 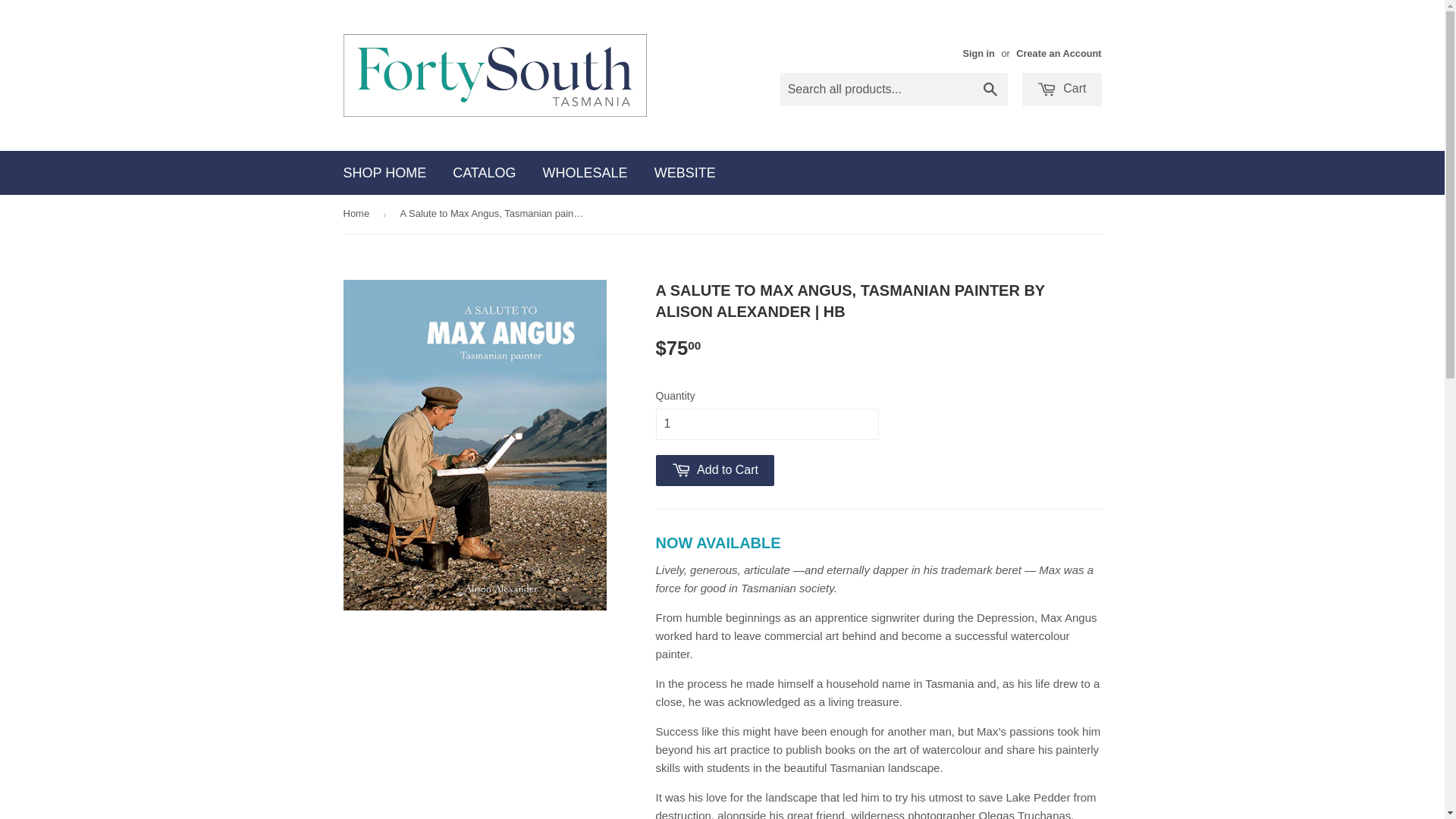 I want to click on 'WEBSITE', so click(x=684, y=171).